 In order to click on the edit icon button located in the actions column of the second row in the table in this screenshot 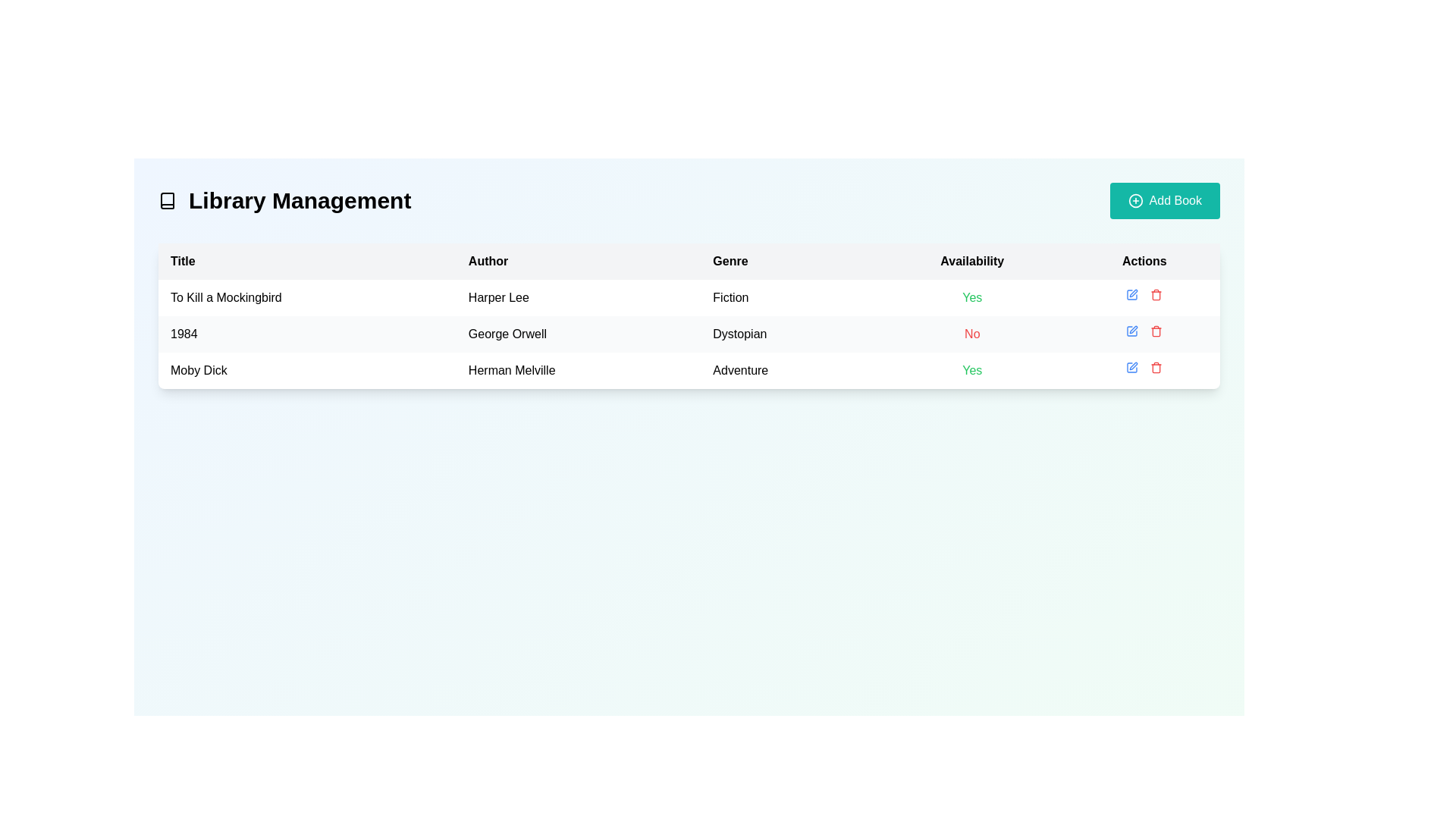, I will do `click(1132, 295)`.